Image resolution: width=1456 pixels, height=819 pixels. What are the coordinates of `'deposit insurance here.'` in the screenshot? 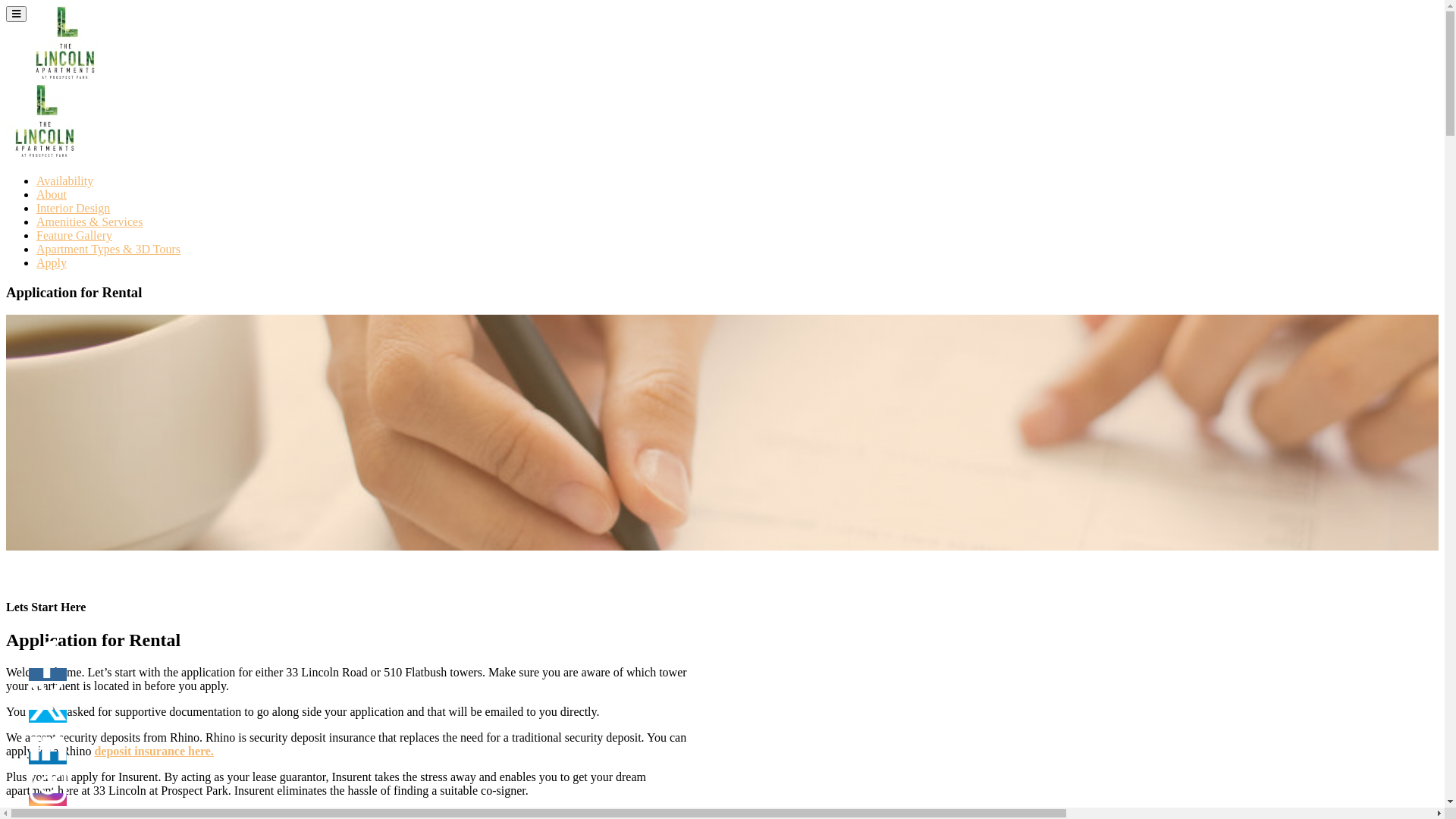 It's located at (93, 751).